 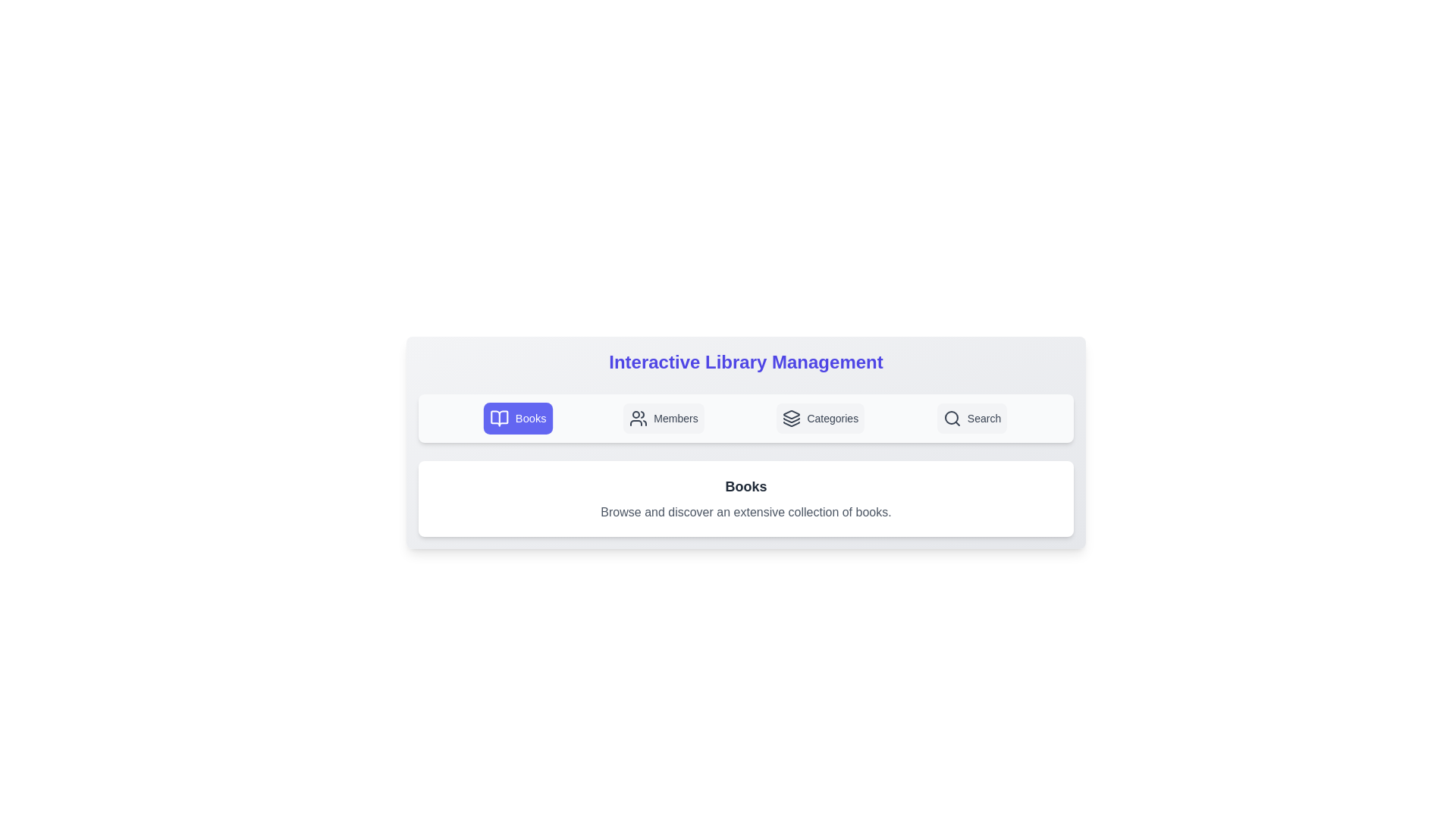 What do you see at coordinates (499, 418) in the screenshot?
I see `the 'Books' icon in the navigation toolbar, which represents the library section` at bounding box center [499, 418].